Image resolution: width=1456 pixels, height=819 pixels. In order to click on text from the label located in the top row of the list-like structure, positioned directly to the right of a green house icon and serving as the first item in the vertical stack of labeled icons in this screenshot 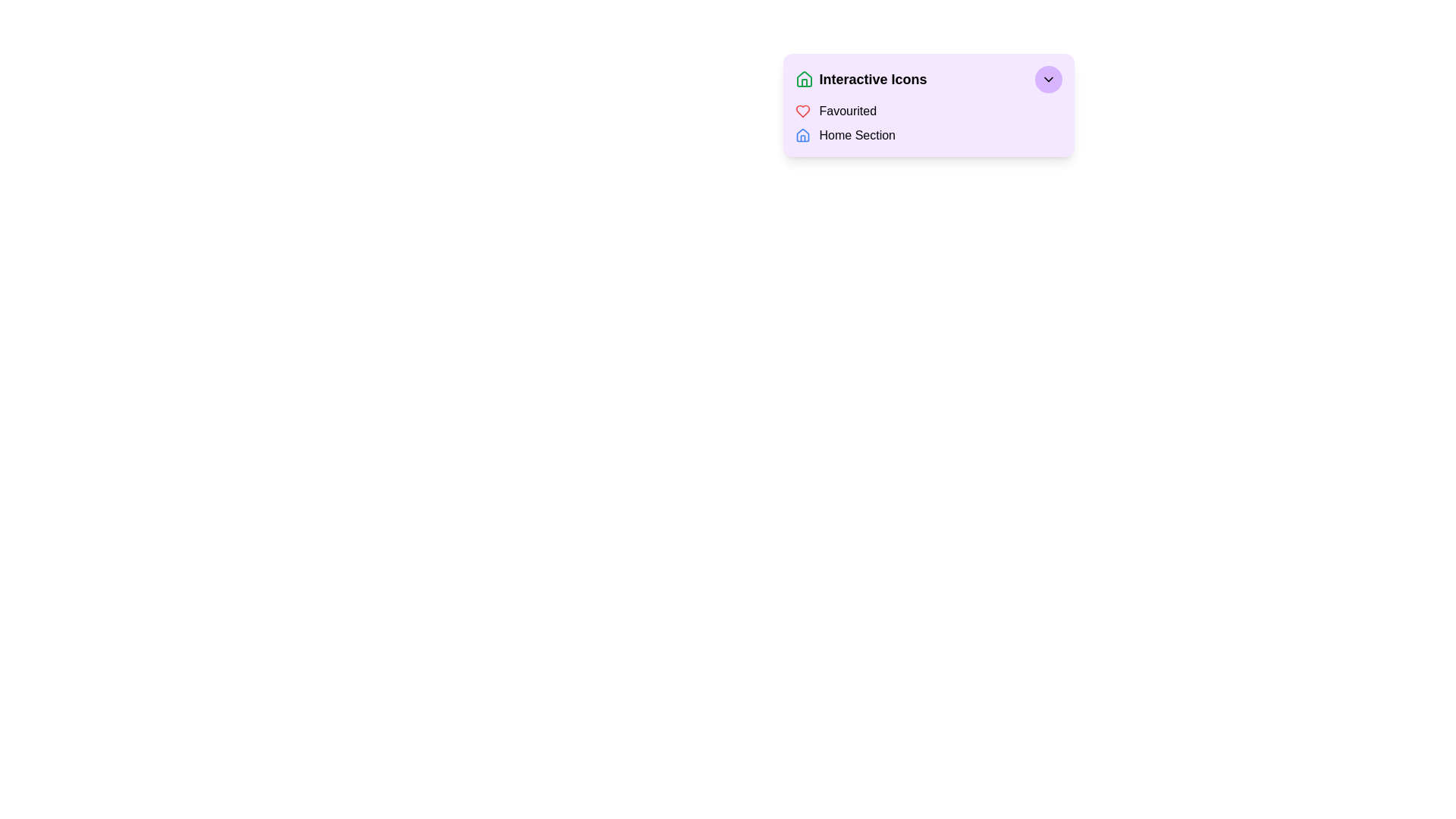, I will do `click(873, 79)`.